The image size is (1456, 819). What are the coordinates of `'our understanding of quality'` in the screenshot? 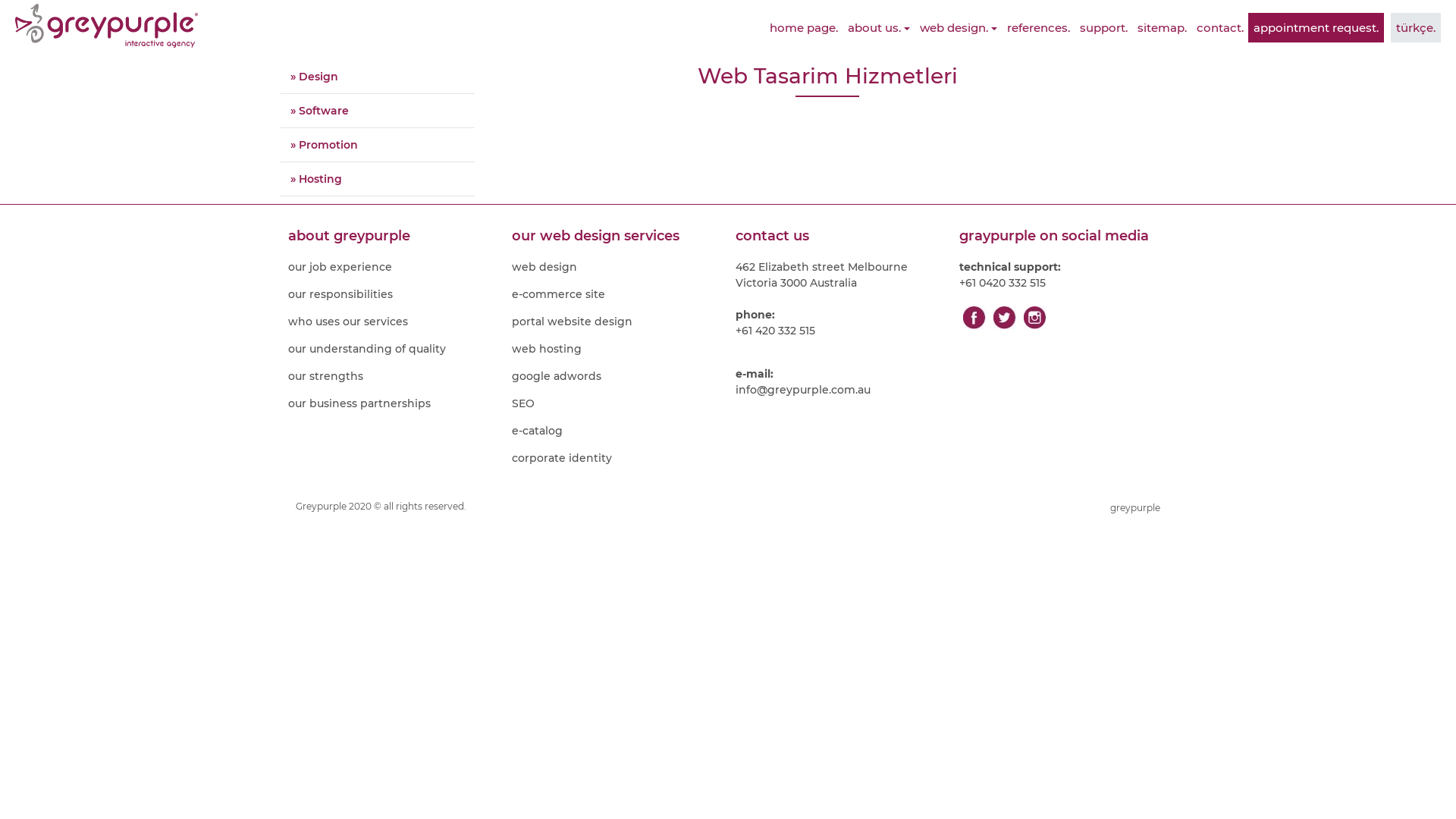 It's located at (287, 349).